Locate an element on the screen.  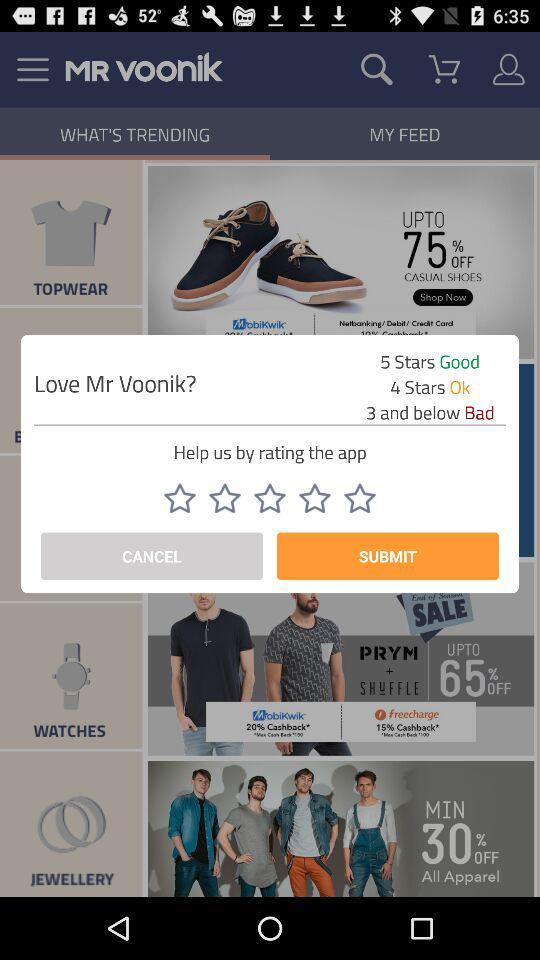
rate as bad is located at coordinates (270, 497).